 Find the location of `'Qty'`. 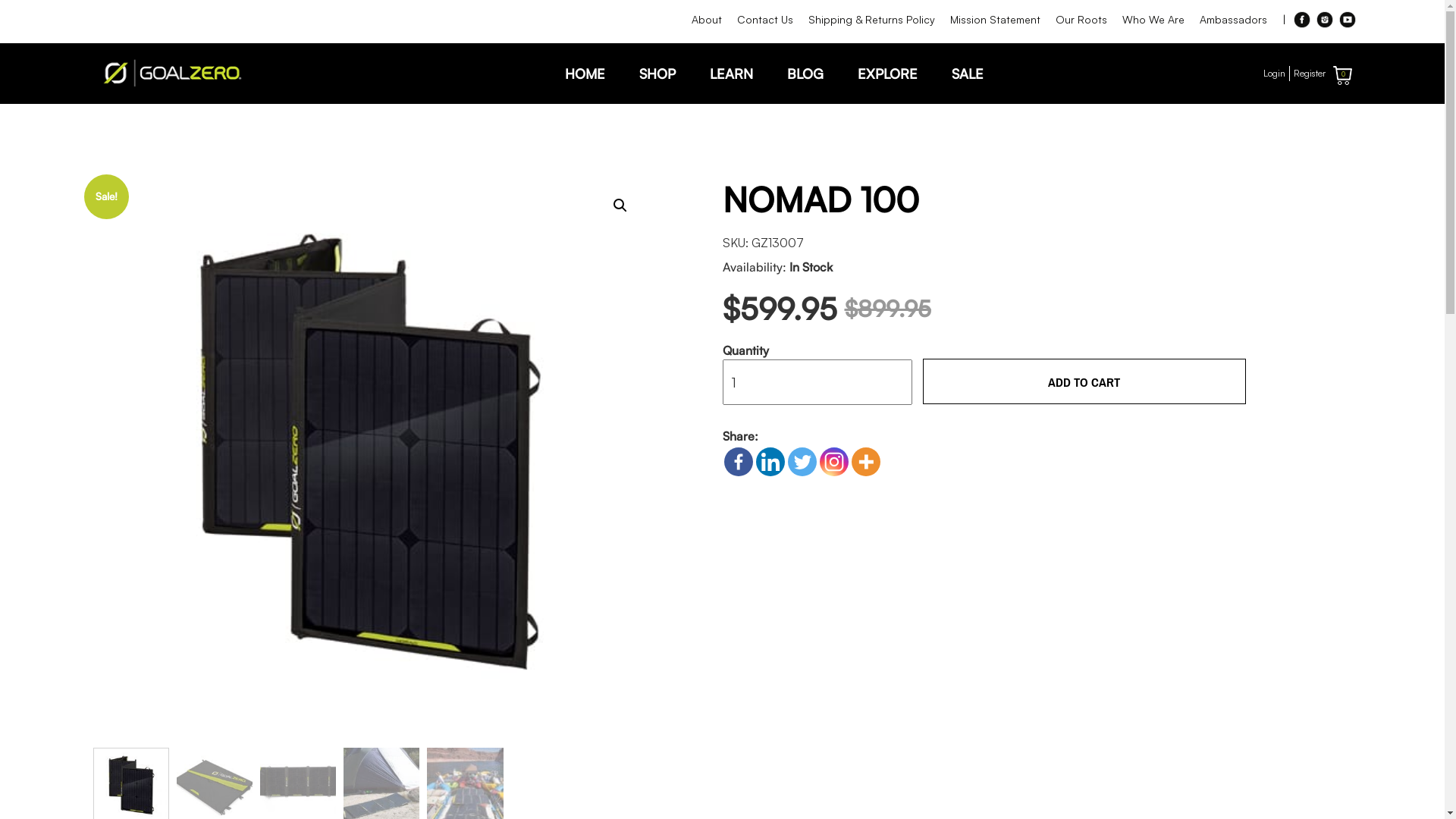

'Qty' is located at coordinates (816, 381).